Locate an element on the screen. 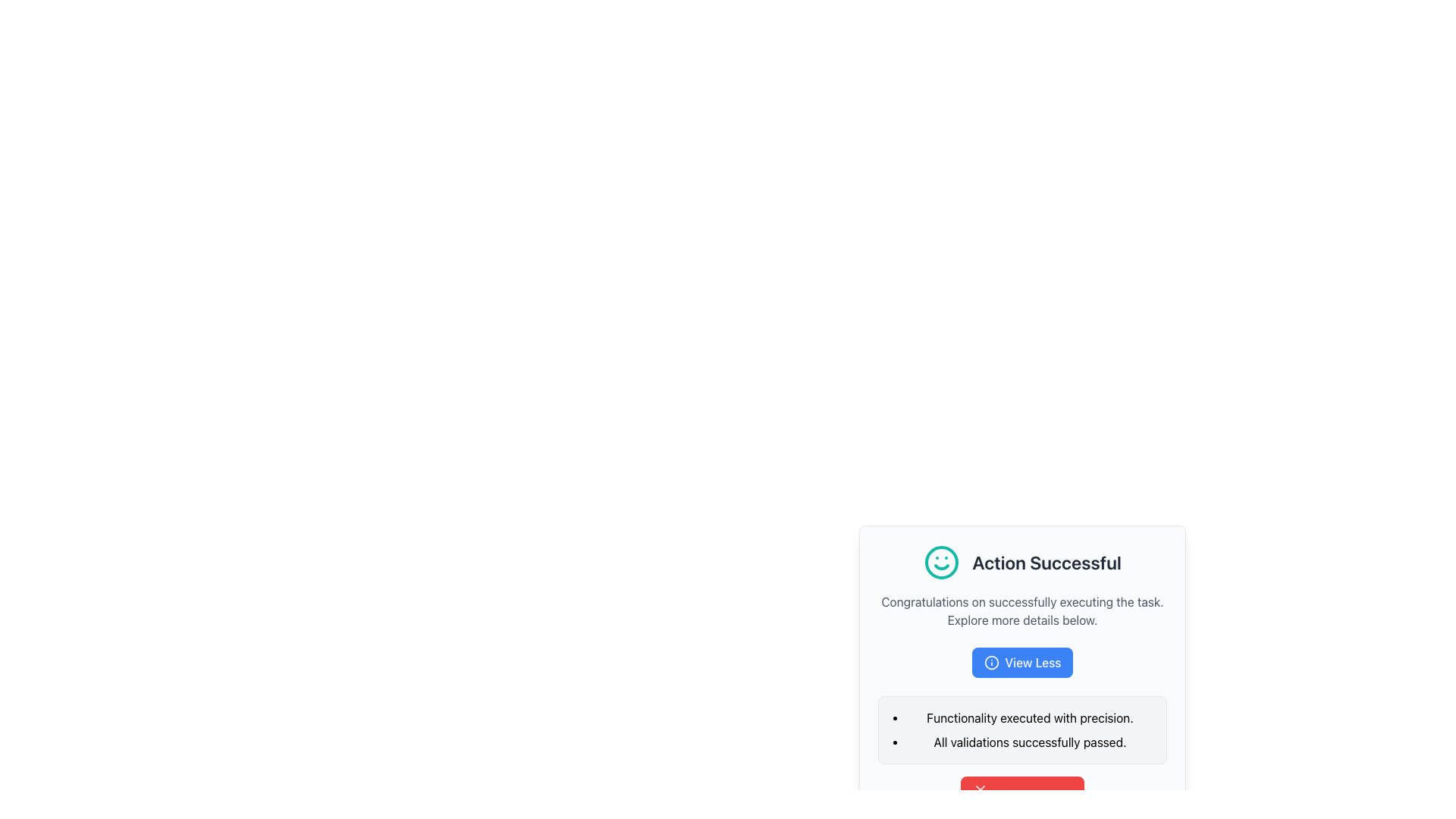  the text element that reads 'Functionality executed with precision.' which is the first item in a bulleted list below the blue 'View Less' button is located at coordinates (1030, 717).